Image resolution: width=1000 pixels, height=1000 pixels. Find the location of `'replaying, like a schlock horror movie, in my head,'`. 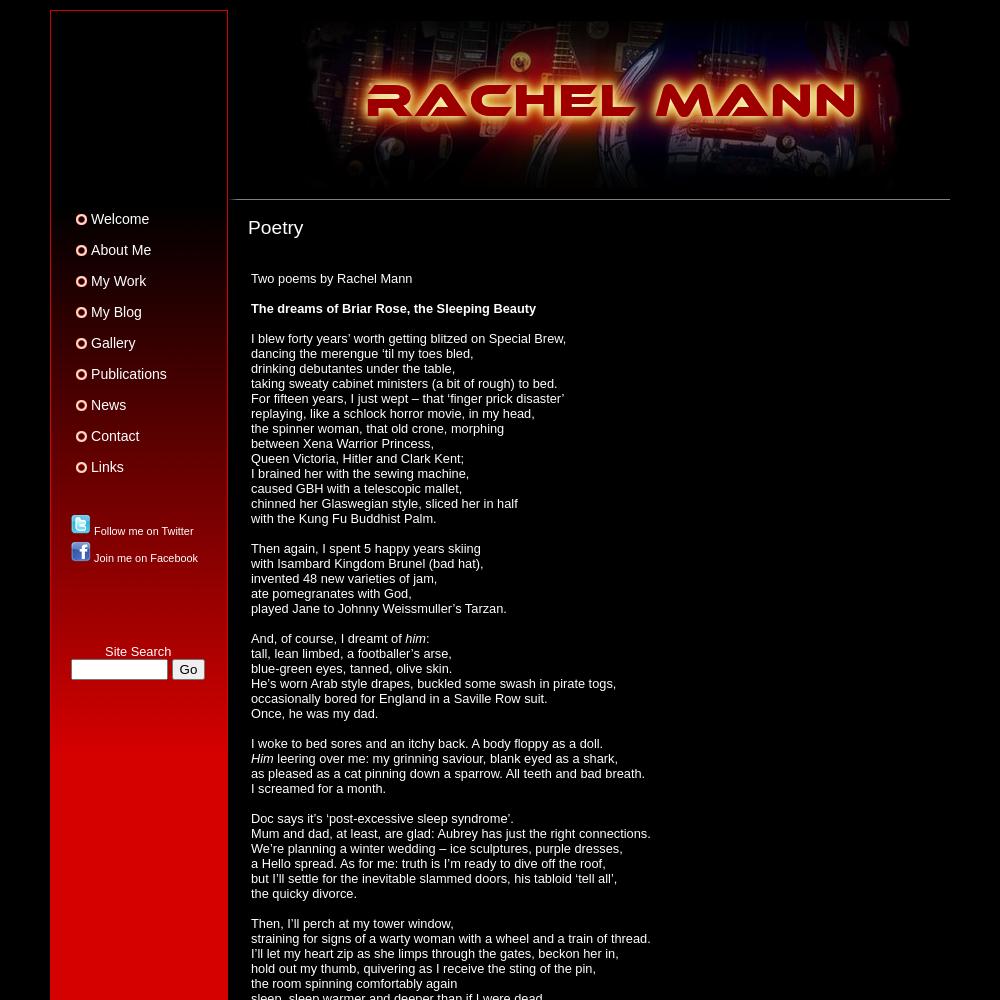

'replaying, like a schlock horror movie, in my head,' is located at coordinates (392, 412).